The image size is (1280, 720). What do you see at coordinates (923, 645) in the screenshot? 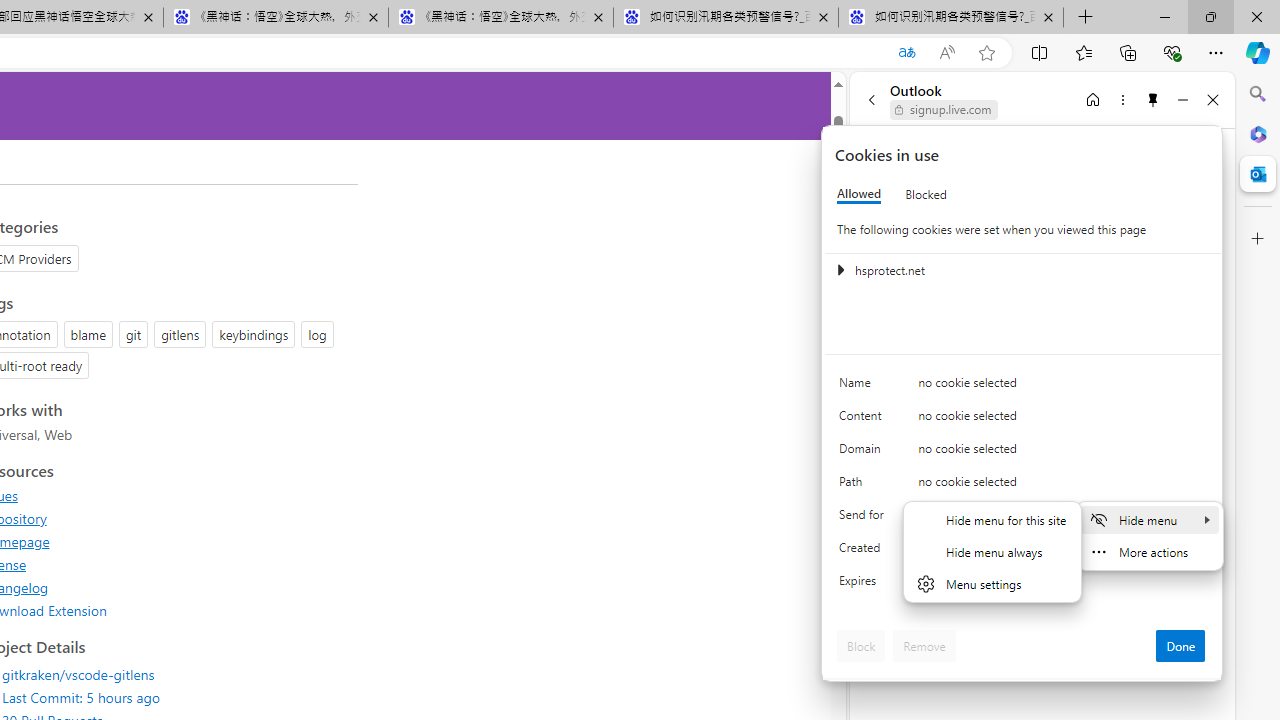
I see `'Remove'` at bounding box center [923, 645].